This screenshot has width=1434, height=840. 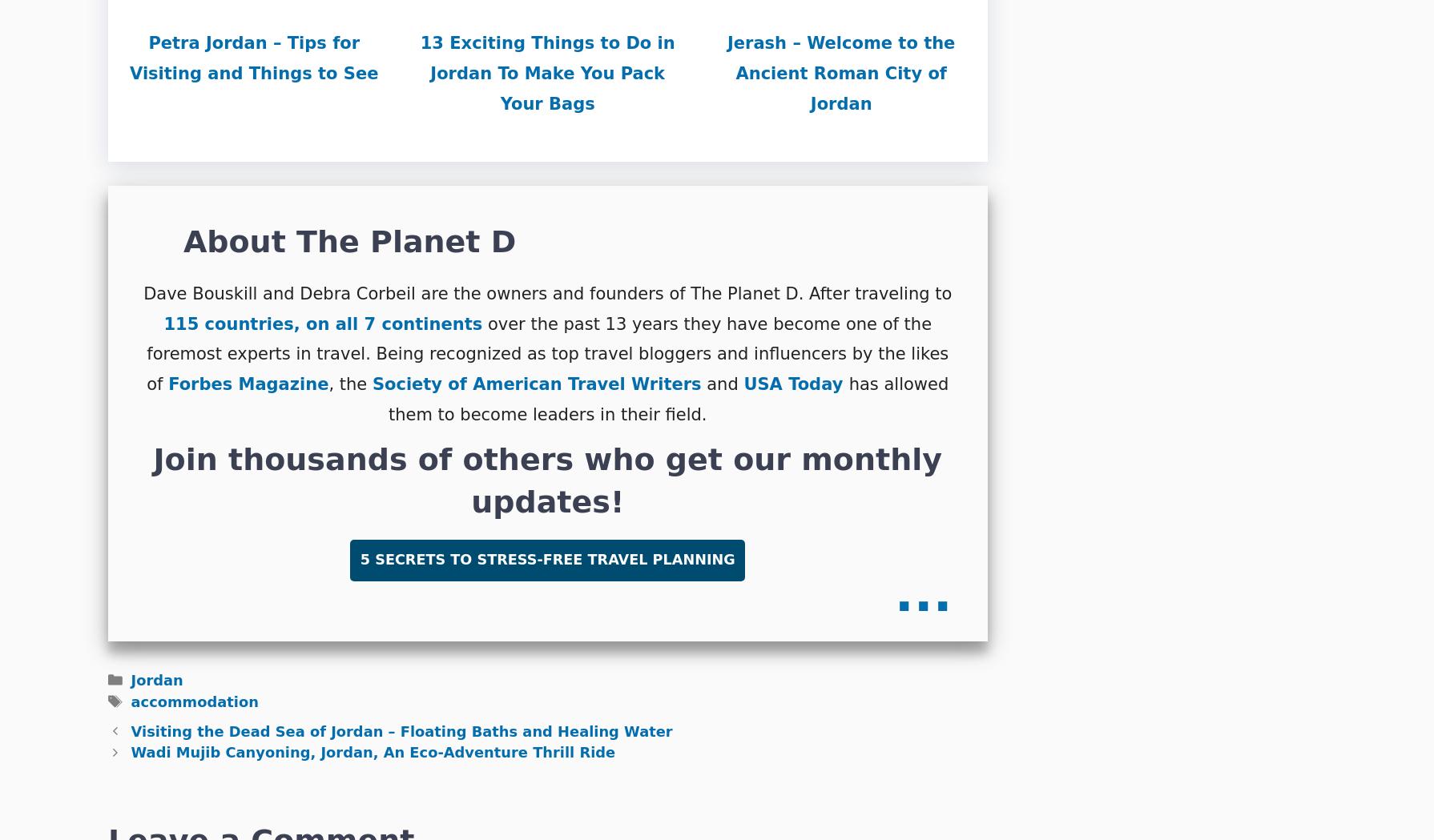 I want to click on 'USA Today', so click(x=743, y=384).